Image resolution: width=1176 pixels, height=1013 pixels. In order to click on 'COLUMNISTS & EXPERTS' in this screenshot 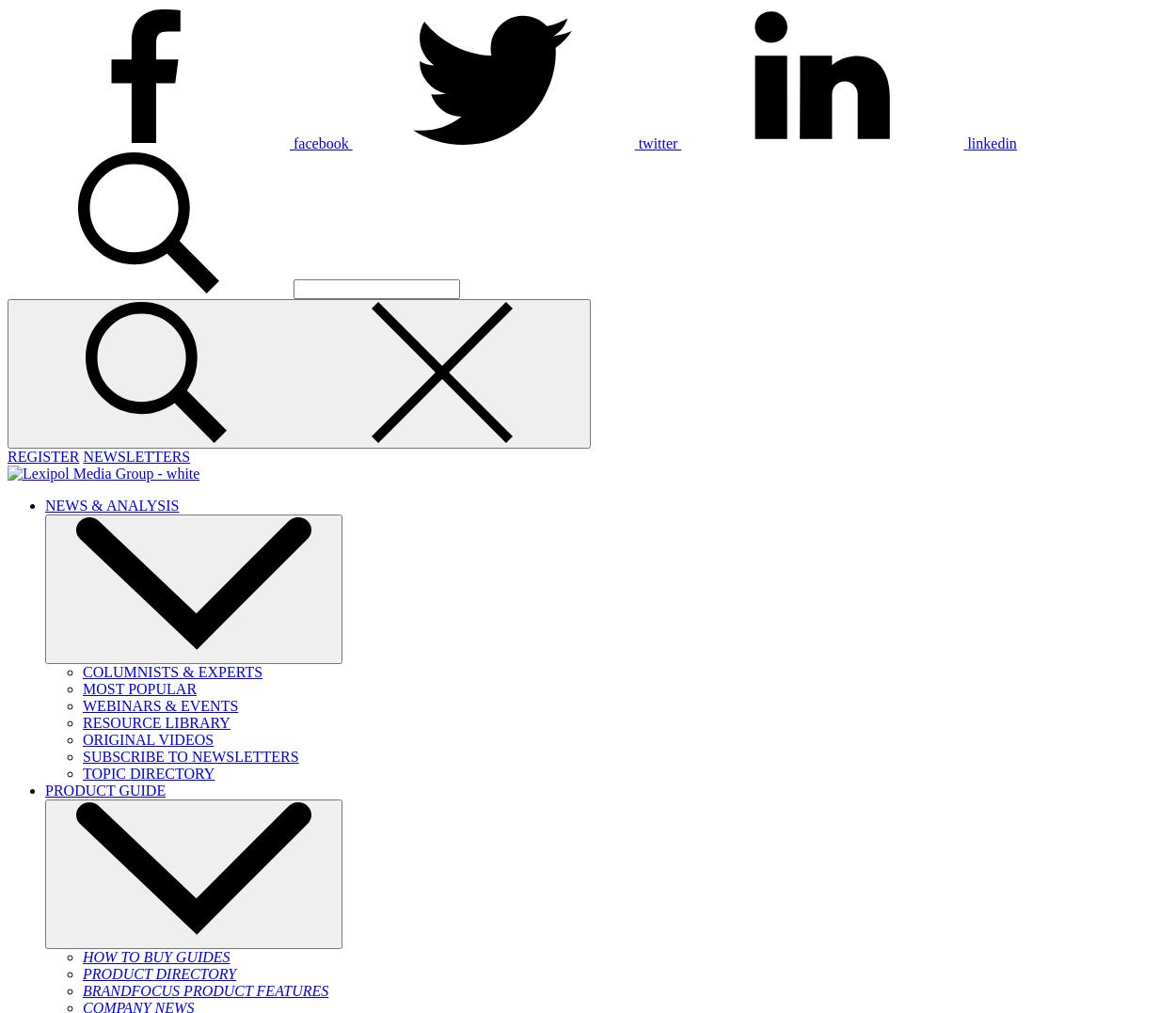, I will do `click(172, 672)`.